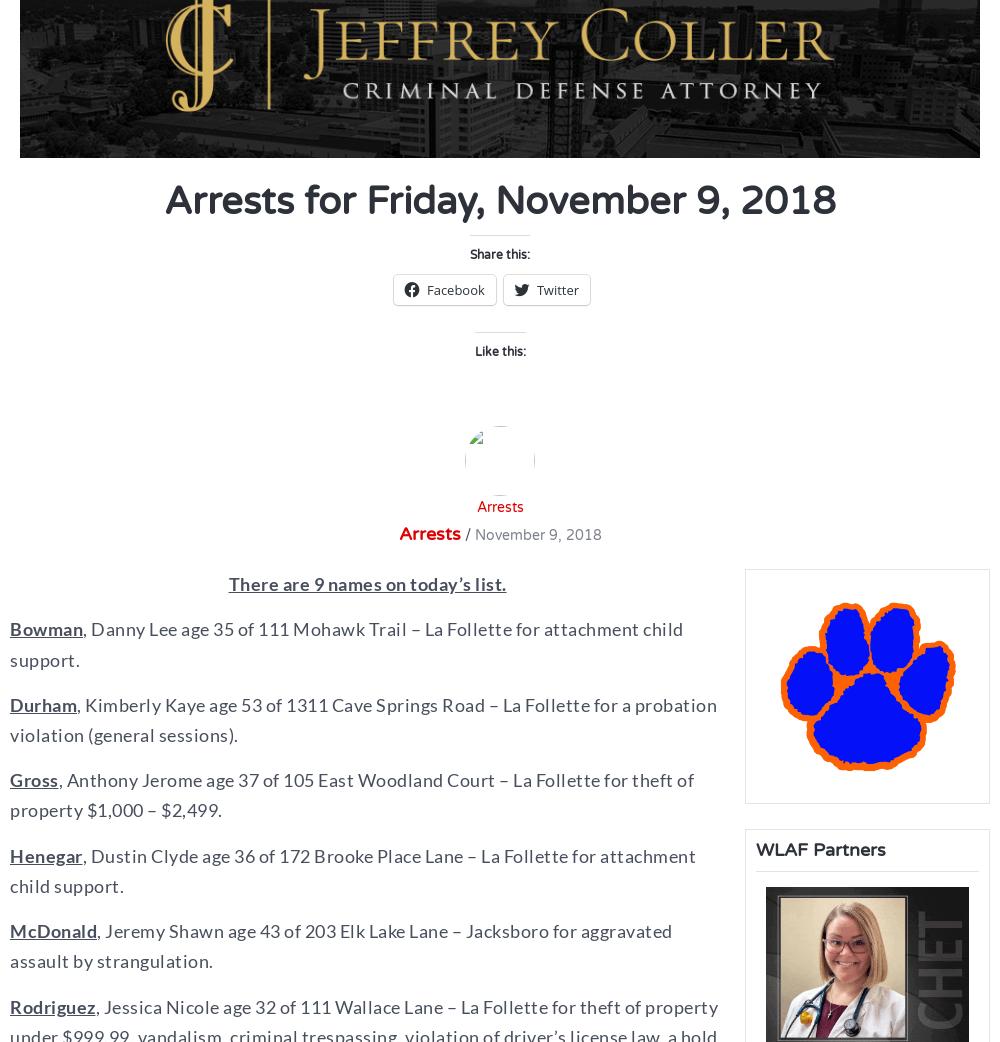 The width and height of the screenshot is (1000, 1042). Describe the element at coordinates (820, 849) in the screenshot. I see `'WLAF Partners'` at that location.